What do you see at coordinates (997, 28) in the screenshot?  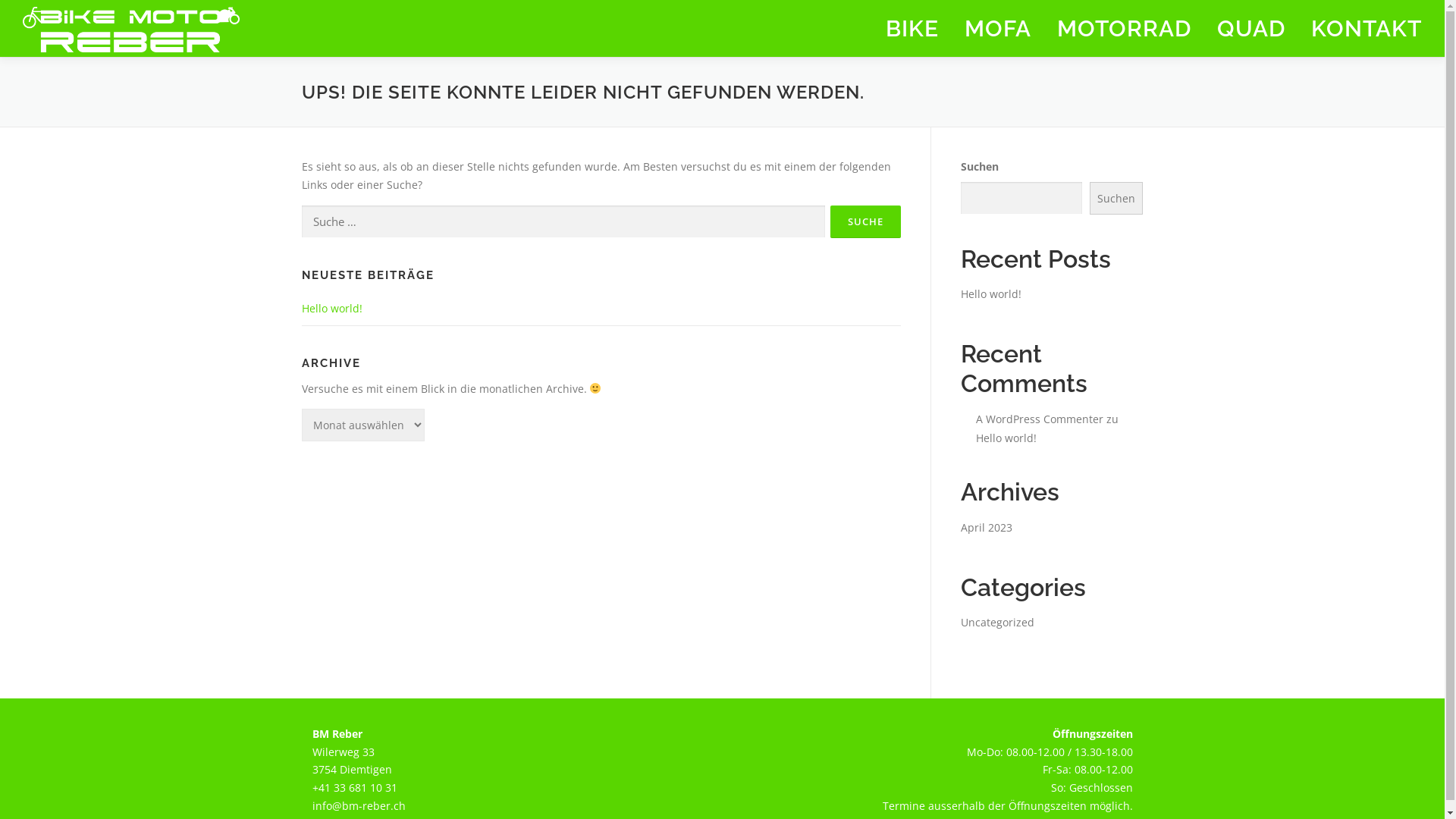 I see `'MOFA'` at bounding box center [997, 28].